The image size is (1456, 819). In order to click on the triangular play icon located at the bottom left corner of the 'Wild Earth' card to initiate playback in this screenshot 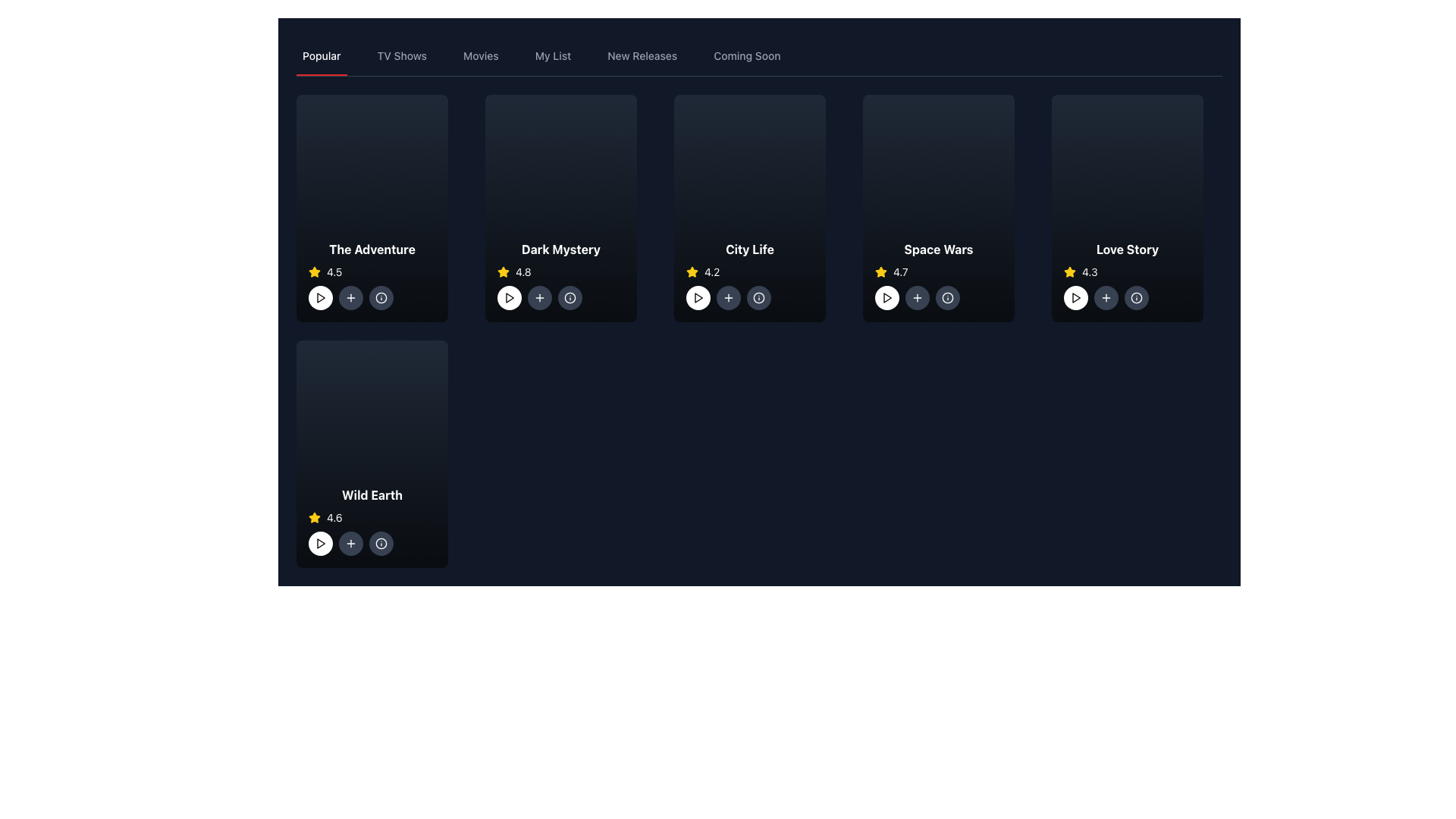, I will do `click(320, 543)`.